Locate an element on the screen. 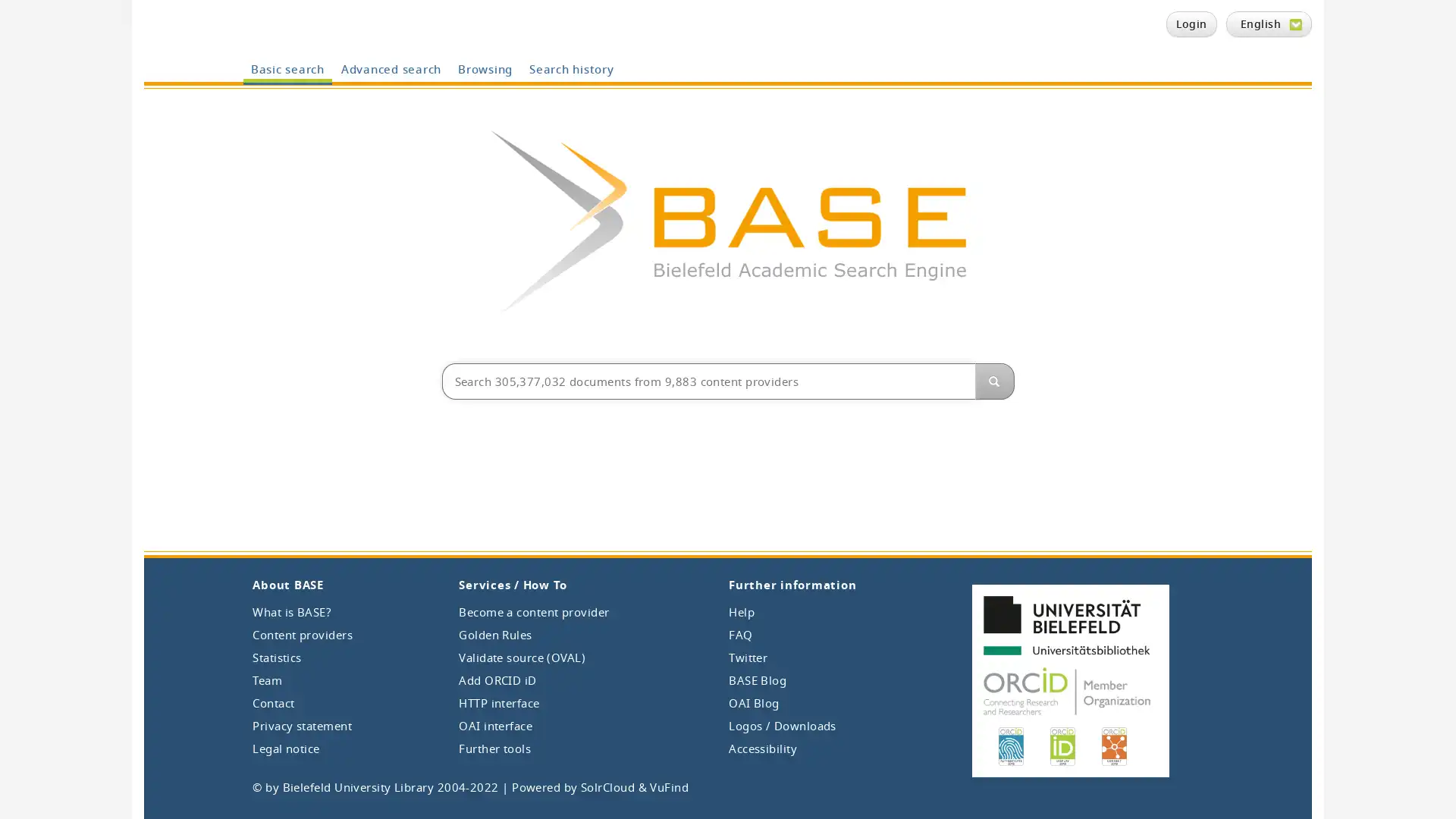  Language Selection: English is located at coordinates (1269, 24).